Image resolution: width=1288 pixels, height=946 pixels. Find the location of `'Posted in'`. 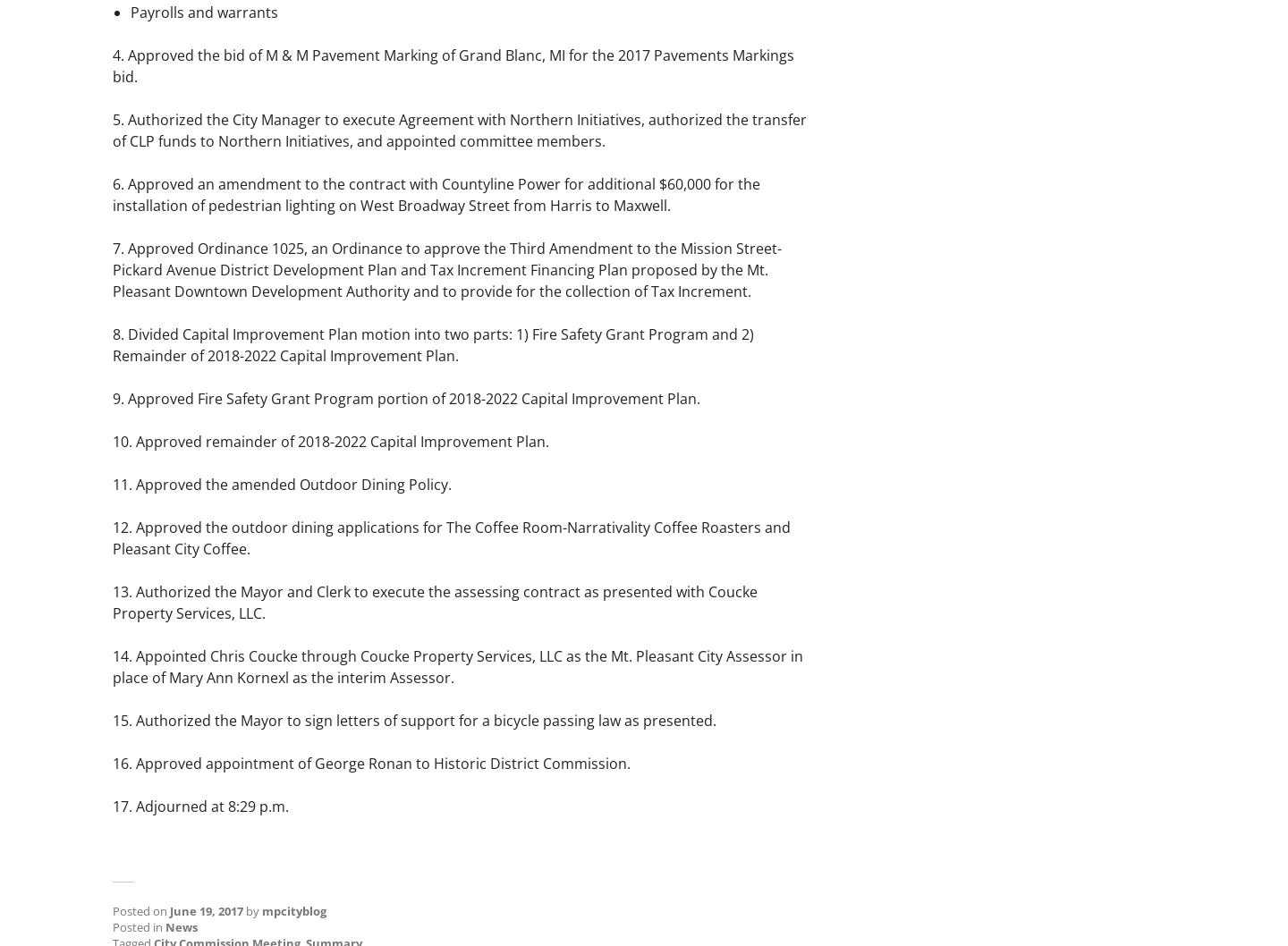

'Posted in' is located at coordinates (138, 925).